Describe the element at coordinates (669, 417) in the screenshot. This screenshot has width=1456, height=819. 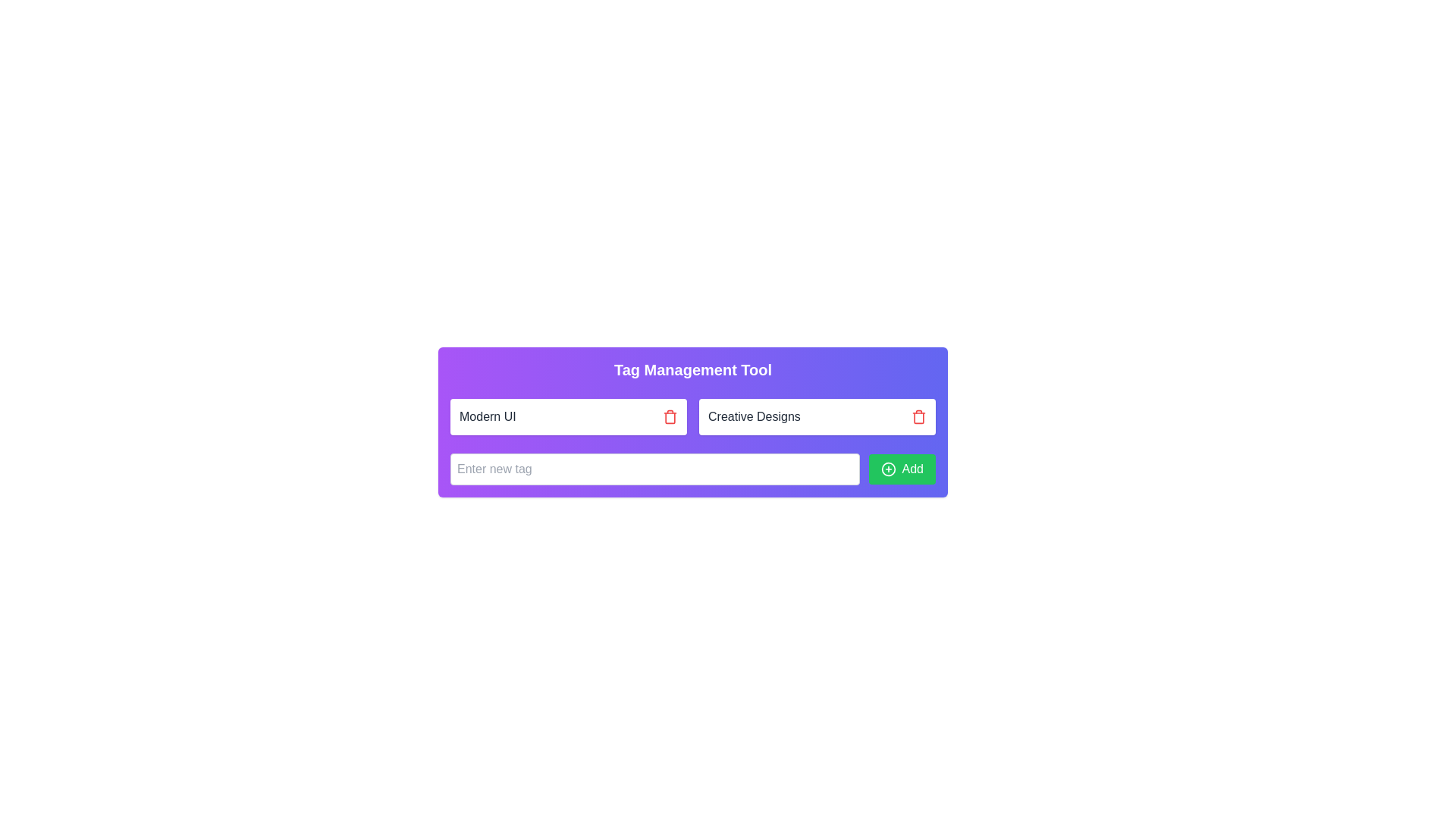
I see `the delete icon button located to the right of the 'Modern UI' label to initiate the delete action` at that location.